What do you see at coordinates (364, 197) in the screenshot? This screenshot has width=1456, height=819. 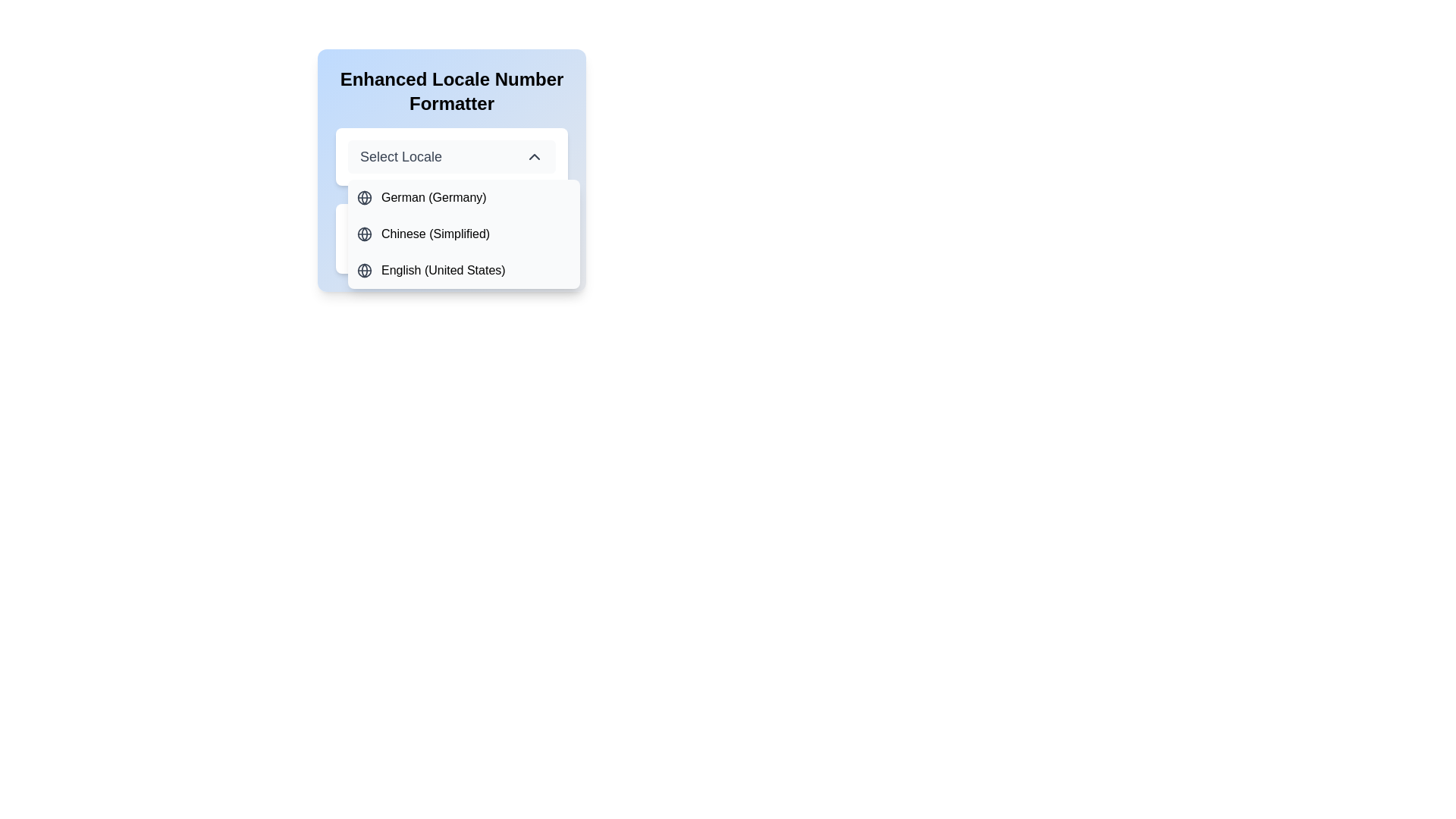 I see `the globe icon located to the left of the text 'German (Germany)' in the first row of the dropdown options, which represents global or locale settings` at bounding box center [364, 197].